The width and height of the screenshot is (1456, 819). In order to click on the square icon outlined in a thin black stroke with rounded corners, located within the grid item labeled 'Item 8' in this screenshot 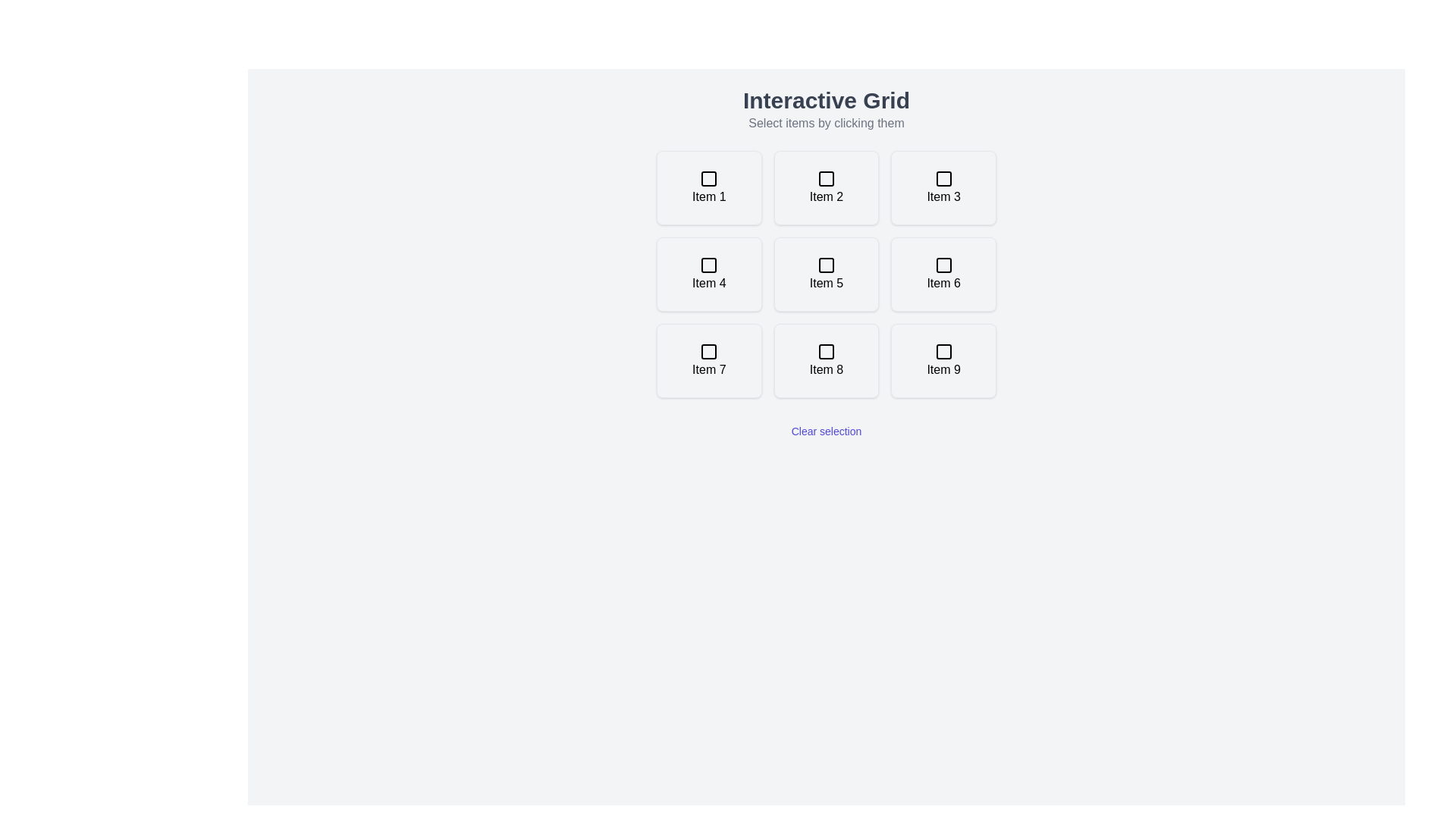, I will do `click(825, 351)`.